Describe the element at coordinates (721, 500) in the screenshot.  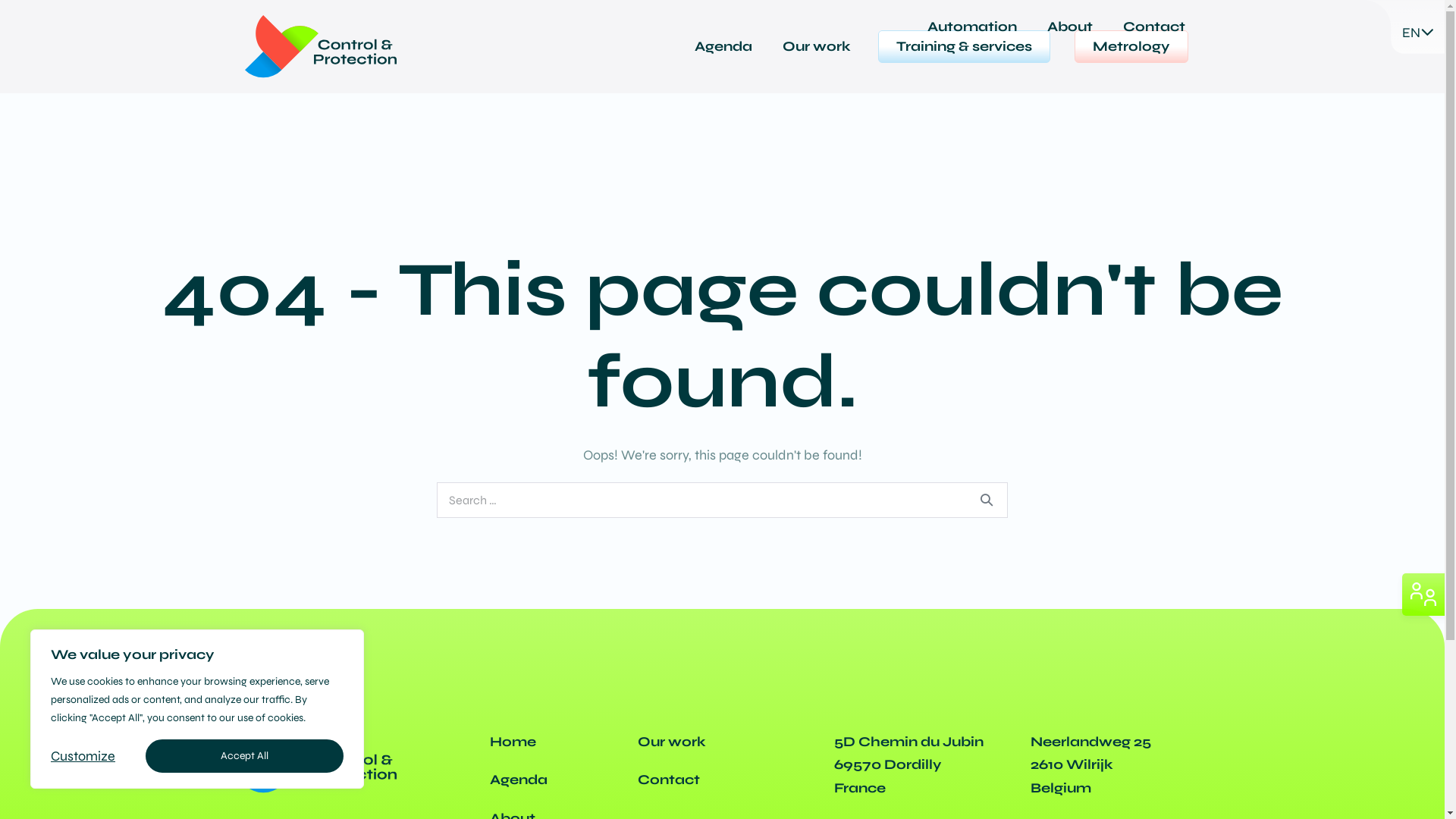
I see `'Press enter to search'` at that location.